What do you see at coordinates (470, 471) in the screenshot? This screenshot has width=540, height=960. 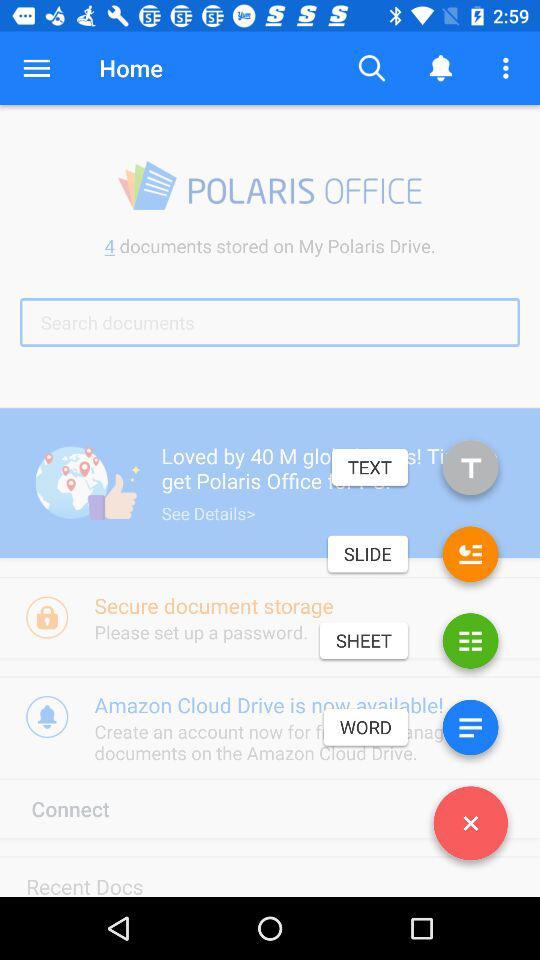 I see `text document` at bounding box center [470, 471].